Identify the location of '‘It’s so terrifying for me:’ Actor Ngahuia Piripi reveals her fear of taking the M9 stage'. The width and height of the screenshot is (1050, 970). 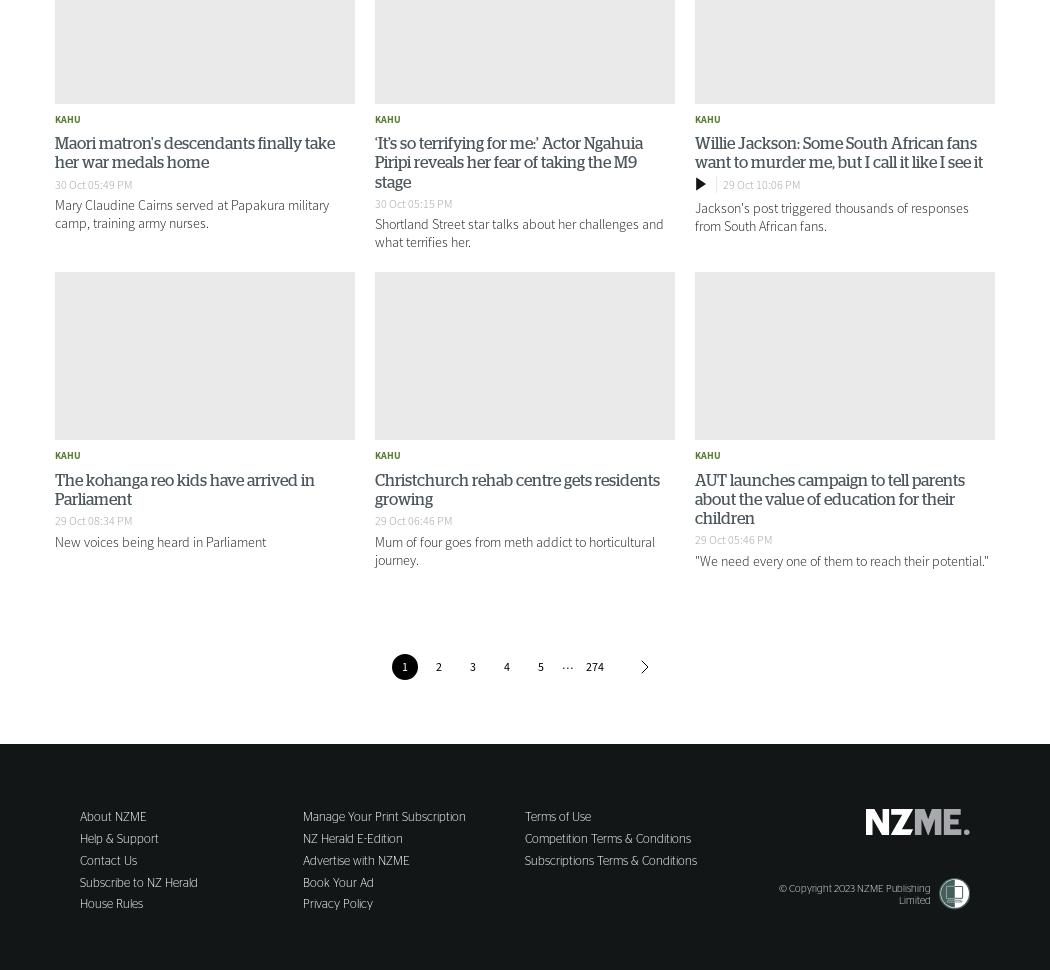
(506, 161).